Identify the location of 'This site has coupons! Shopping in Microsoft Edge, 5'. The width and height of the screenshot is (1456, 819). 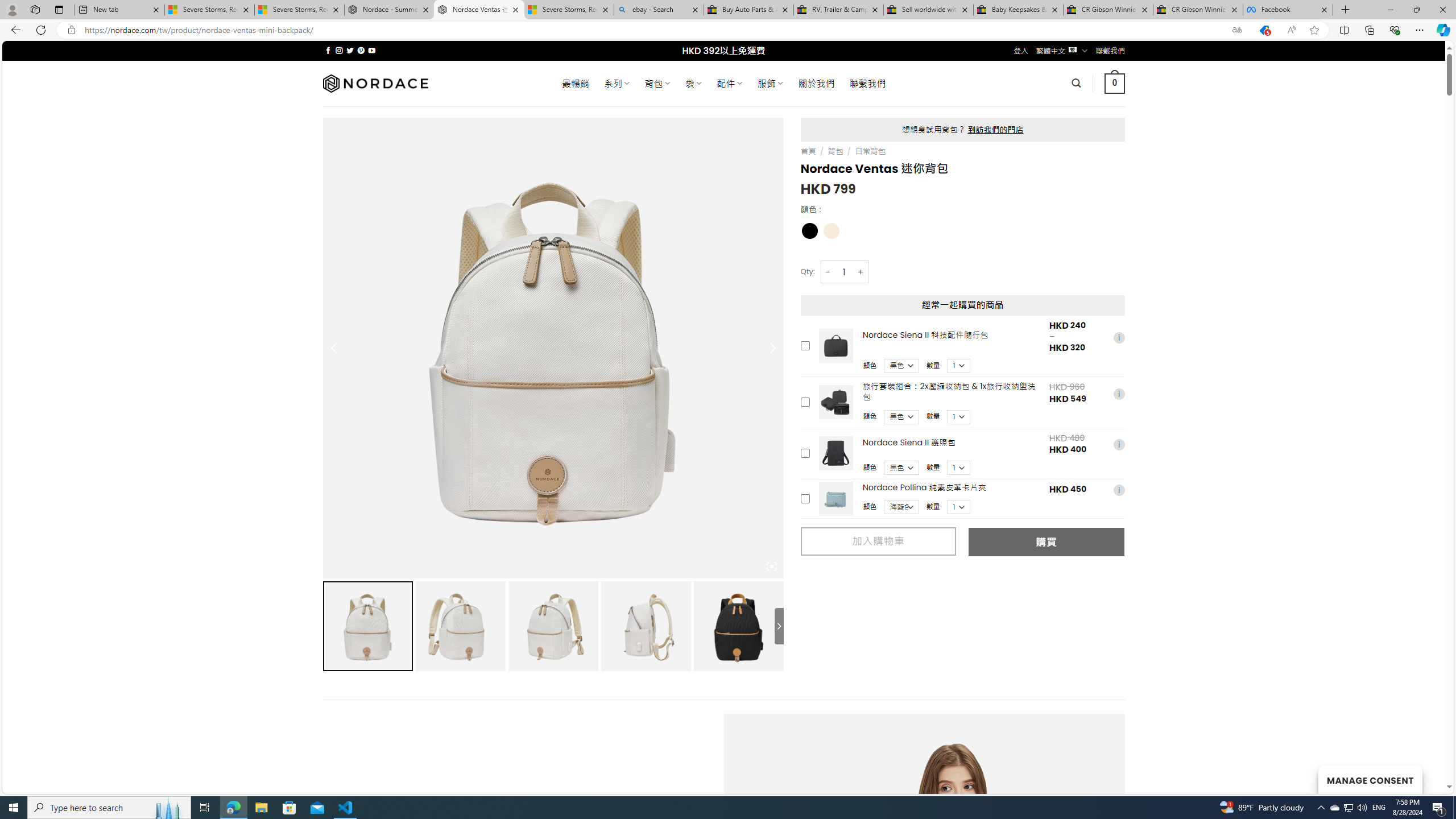
(1263, 30).